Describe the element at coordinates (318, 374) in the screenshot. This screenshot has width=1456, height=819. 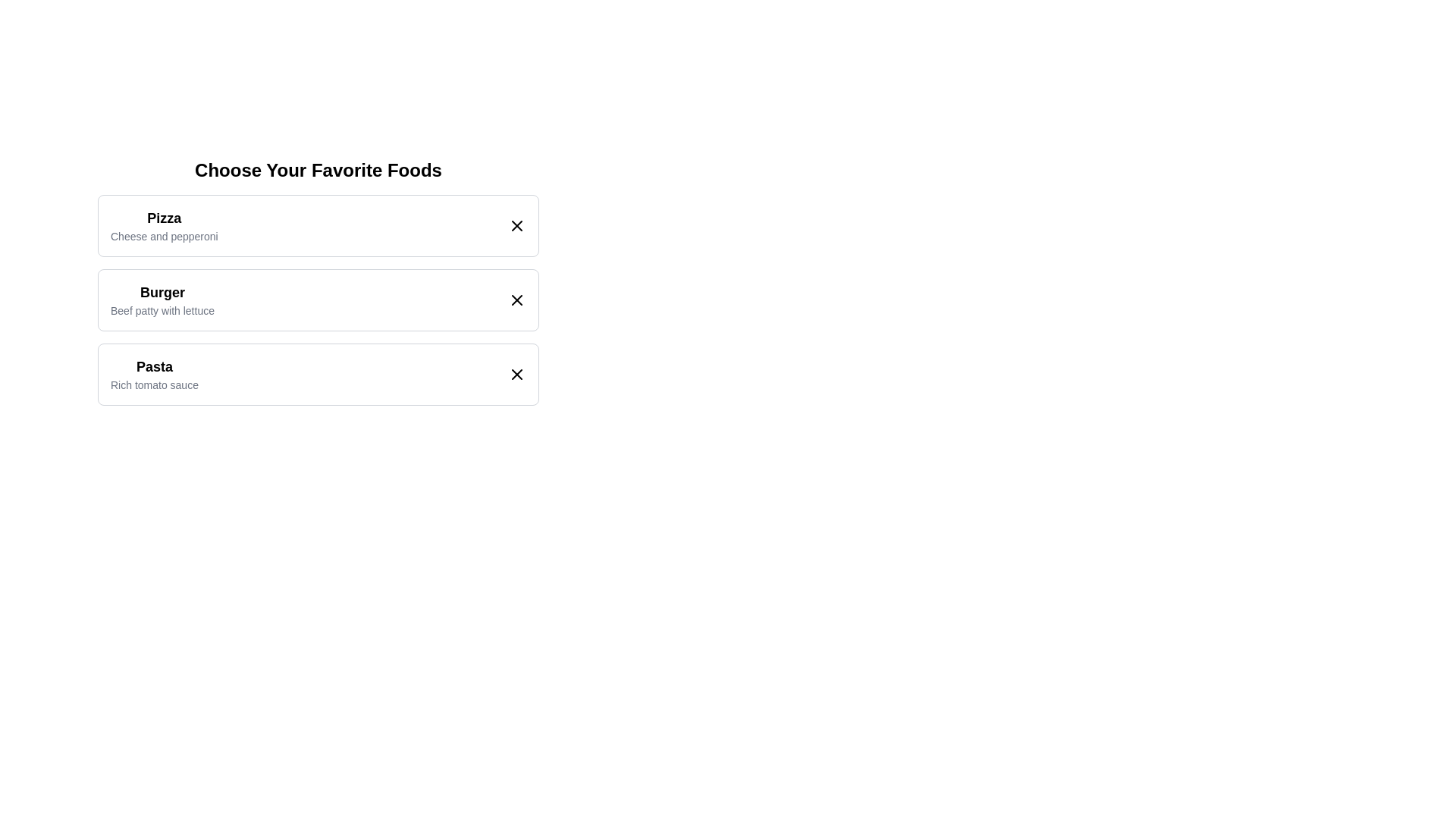
I see `the 'Pasta' list item, which is the third item in a vertical list` at that location.